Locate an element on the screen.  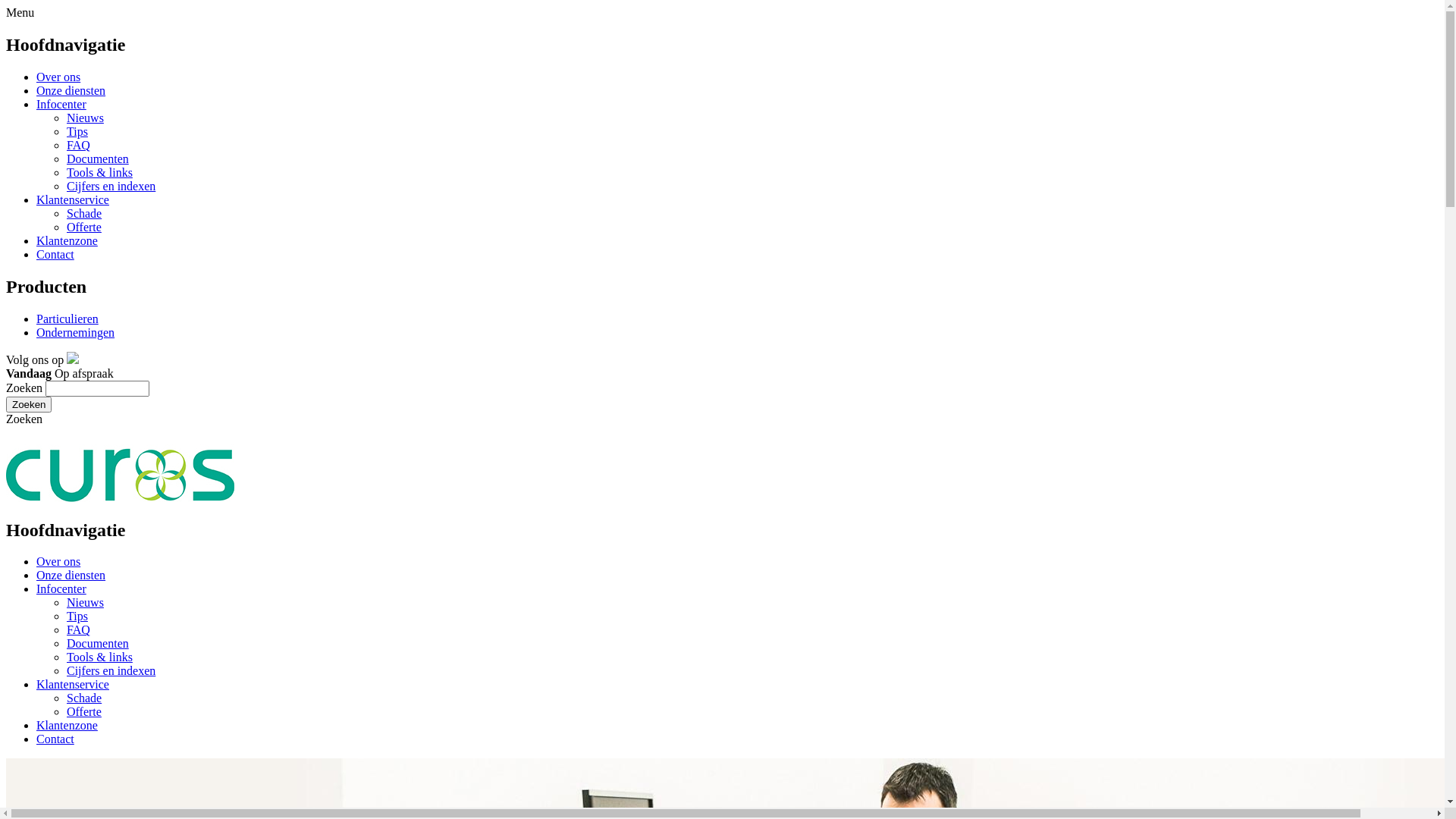
'Onze diensten' is located at coordinates (36, 90).